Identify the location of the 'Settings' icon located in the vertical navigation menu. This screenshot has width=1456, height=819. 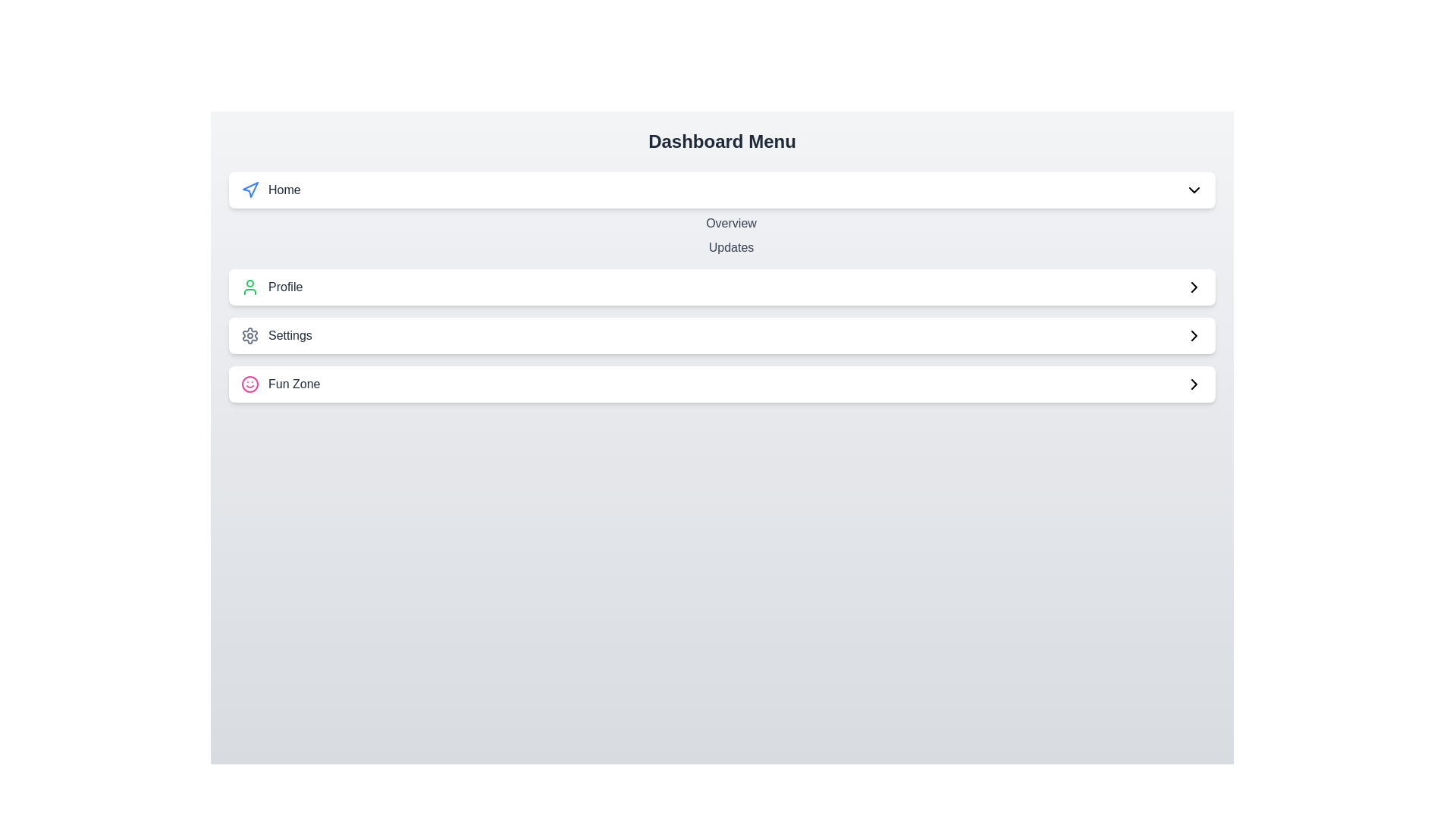
(250, 335).